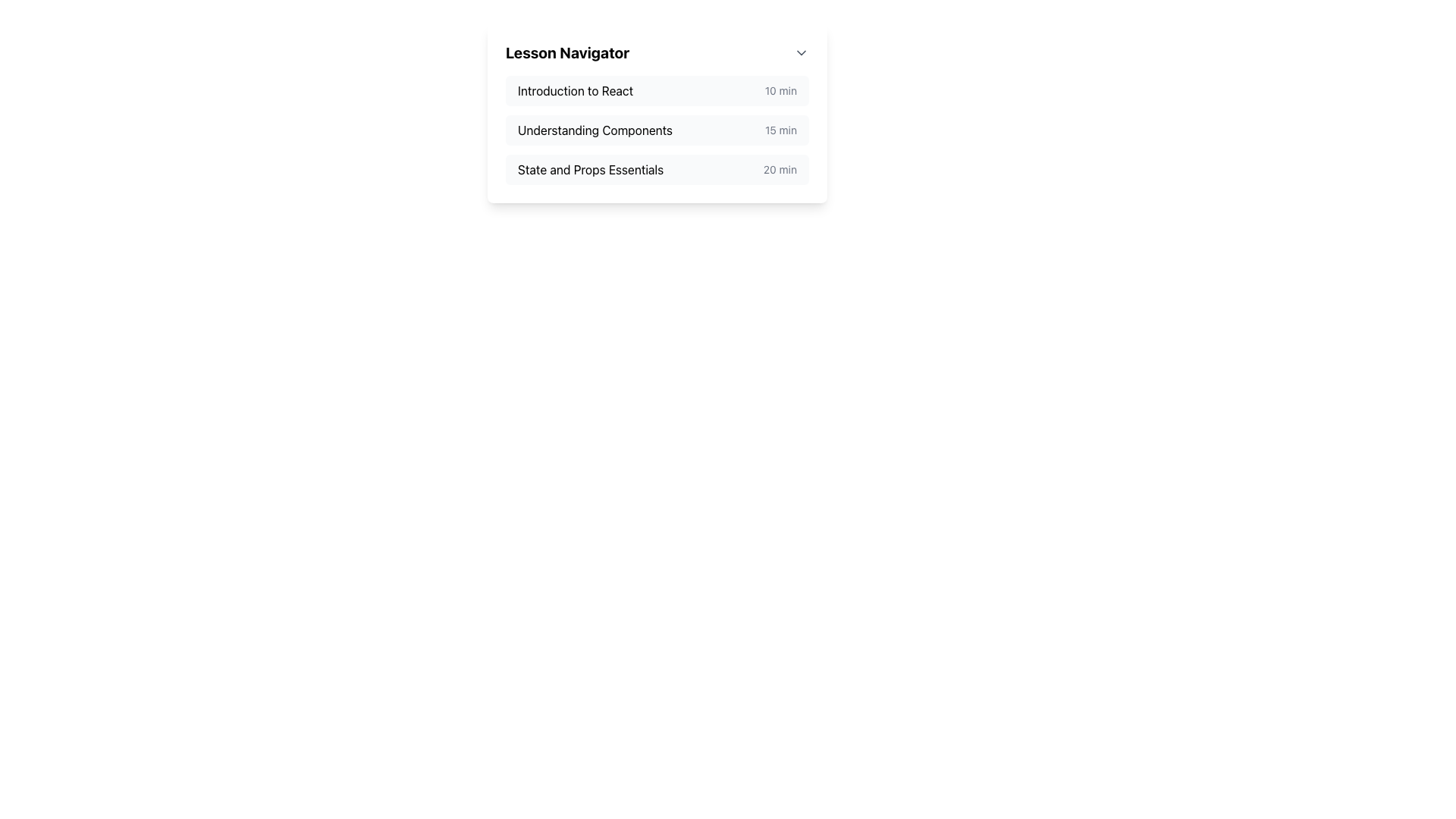 This screenshot has height=819, width=1456. What do you see at coordinates (566, 52) in the screenshot?
I see `the static text label located at the top of the dropdown menu, which serves as a heading for the associated list of lessons` at bounding box center [566, 52].